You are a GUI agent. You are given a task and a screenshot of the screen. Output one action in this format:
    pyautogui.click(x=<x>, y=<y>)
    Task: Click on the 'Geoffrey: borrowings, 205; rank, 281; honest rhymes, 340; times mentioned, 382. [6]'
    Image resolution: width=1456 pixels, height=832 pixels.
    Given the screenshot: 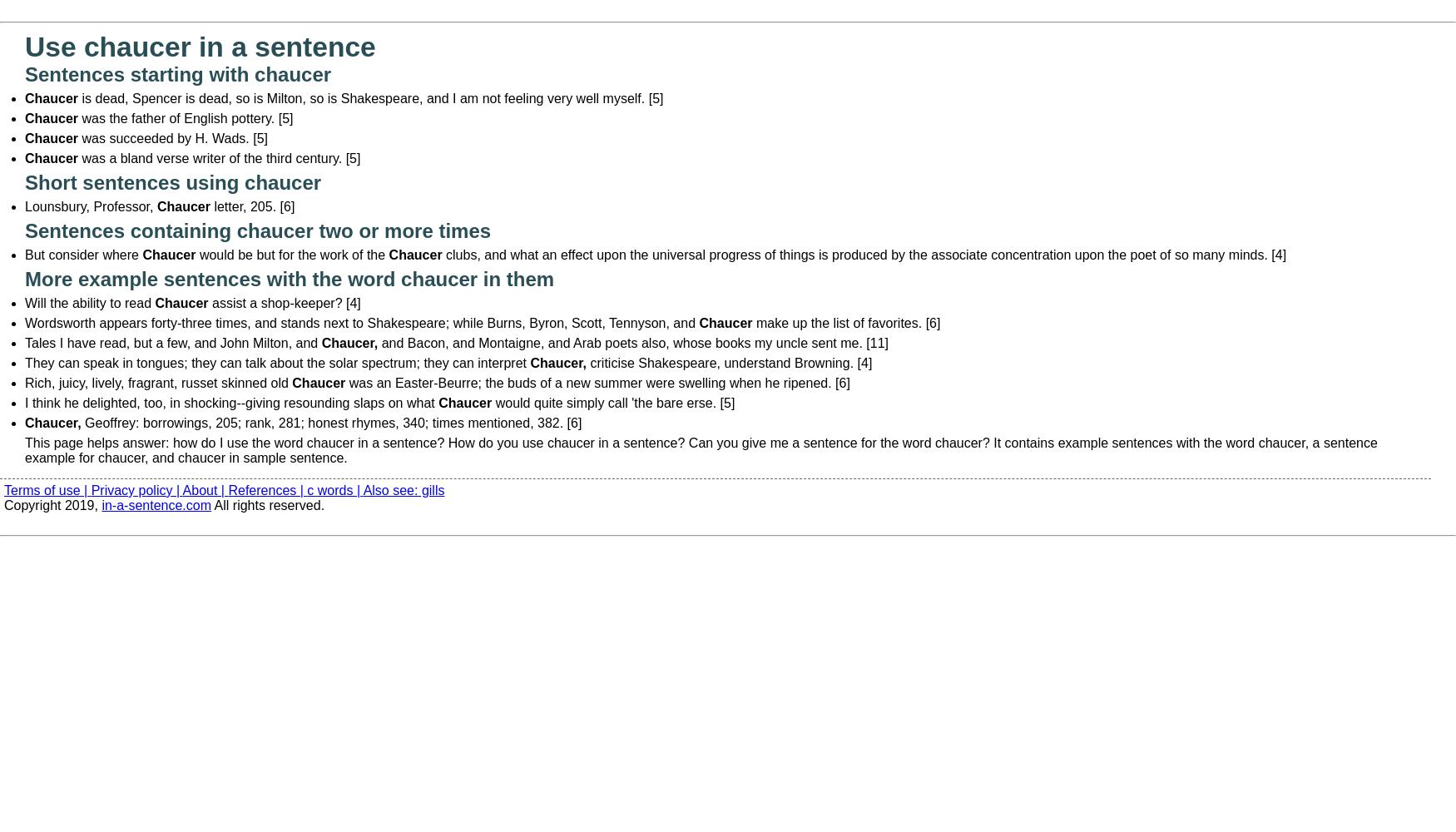 What is the action you would take?
    pyautogui.click(x=329, y=423)
    